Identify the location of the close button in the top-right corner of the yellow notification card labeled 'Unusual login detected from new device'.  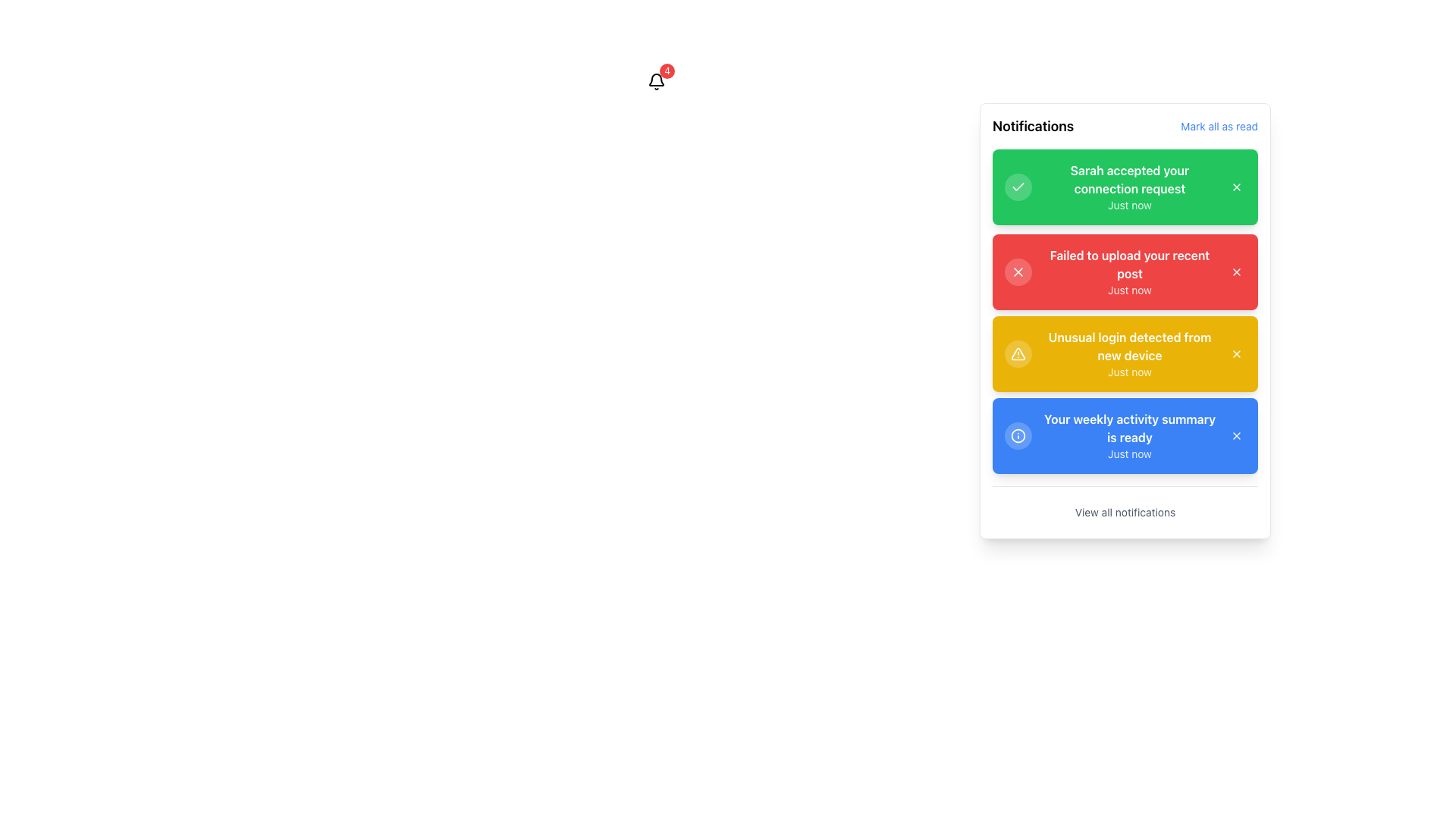
(1237, 353).